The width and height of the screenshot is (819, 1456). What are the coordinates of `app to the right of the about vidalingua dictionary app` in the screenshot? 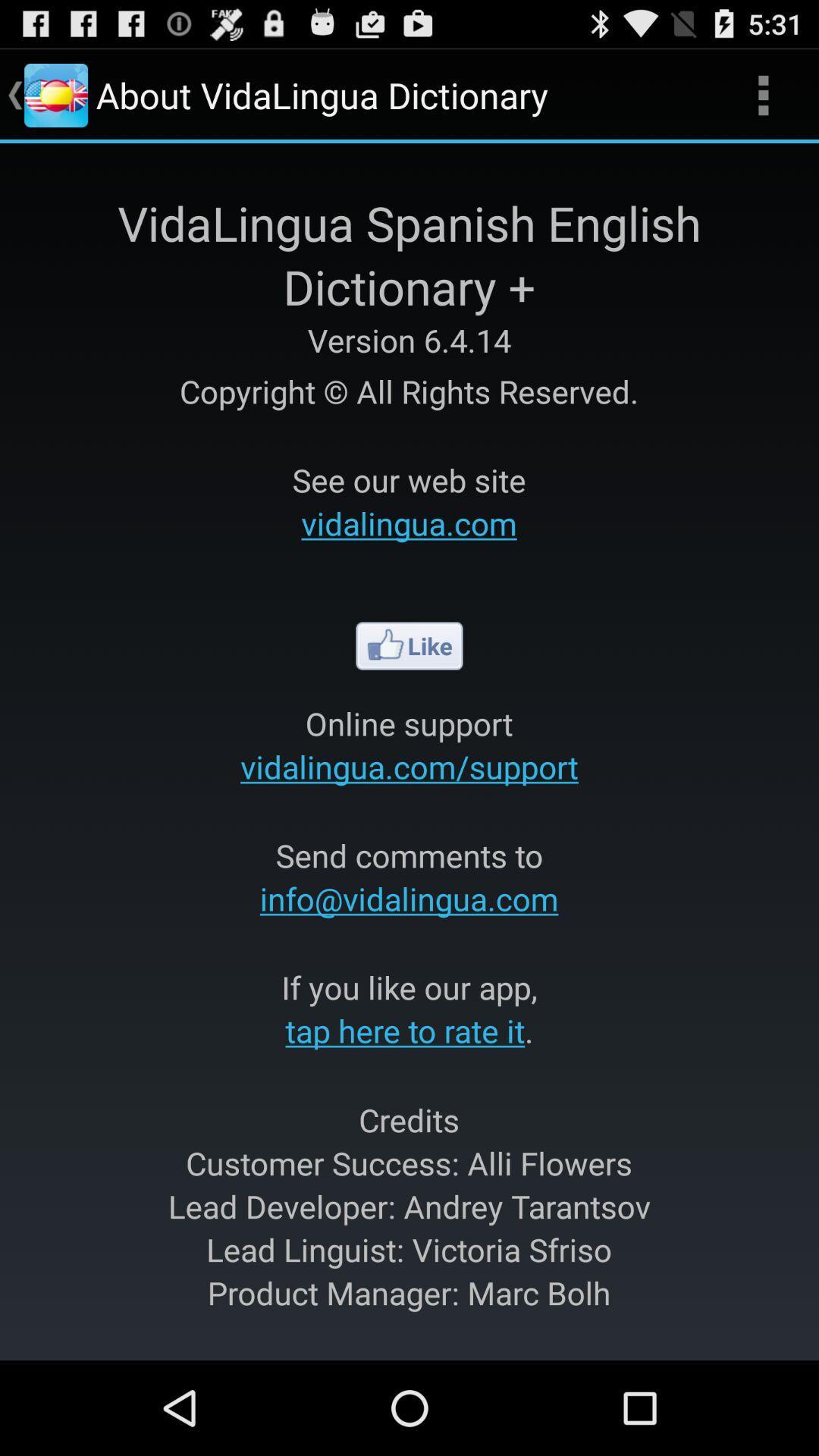 It's located at (763, 94).